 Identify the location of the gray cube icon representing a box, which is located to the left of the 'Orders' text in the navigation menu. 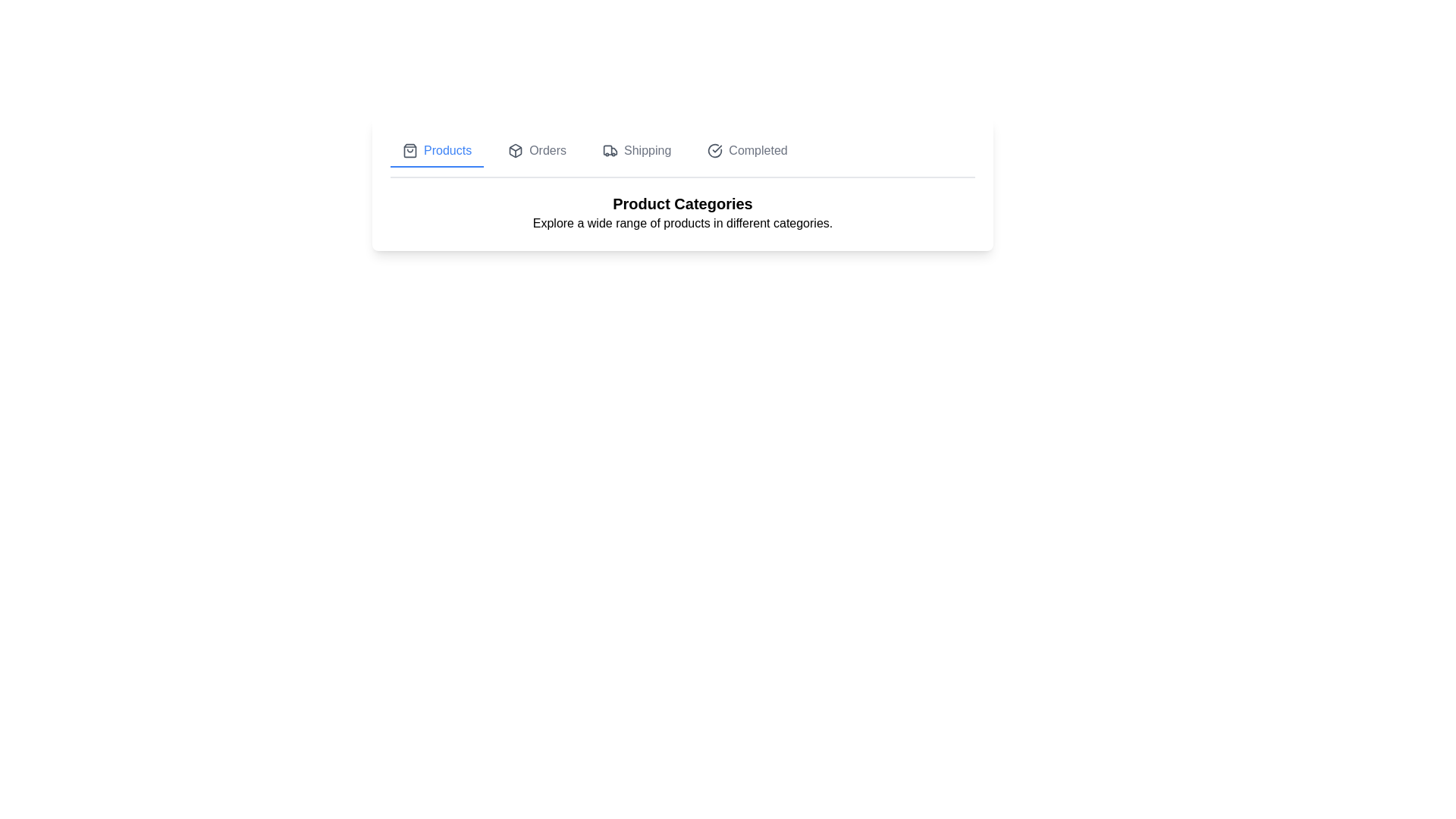
(516, 151).